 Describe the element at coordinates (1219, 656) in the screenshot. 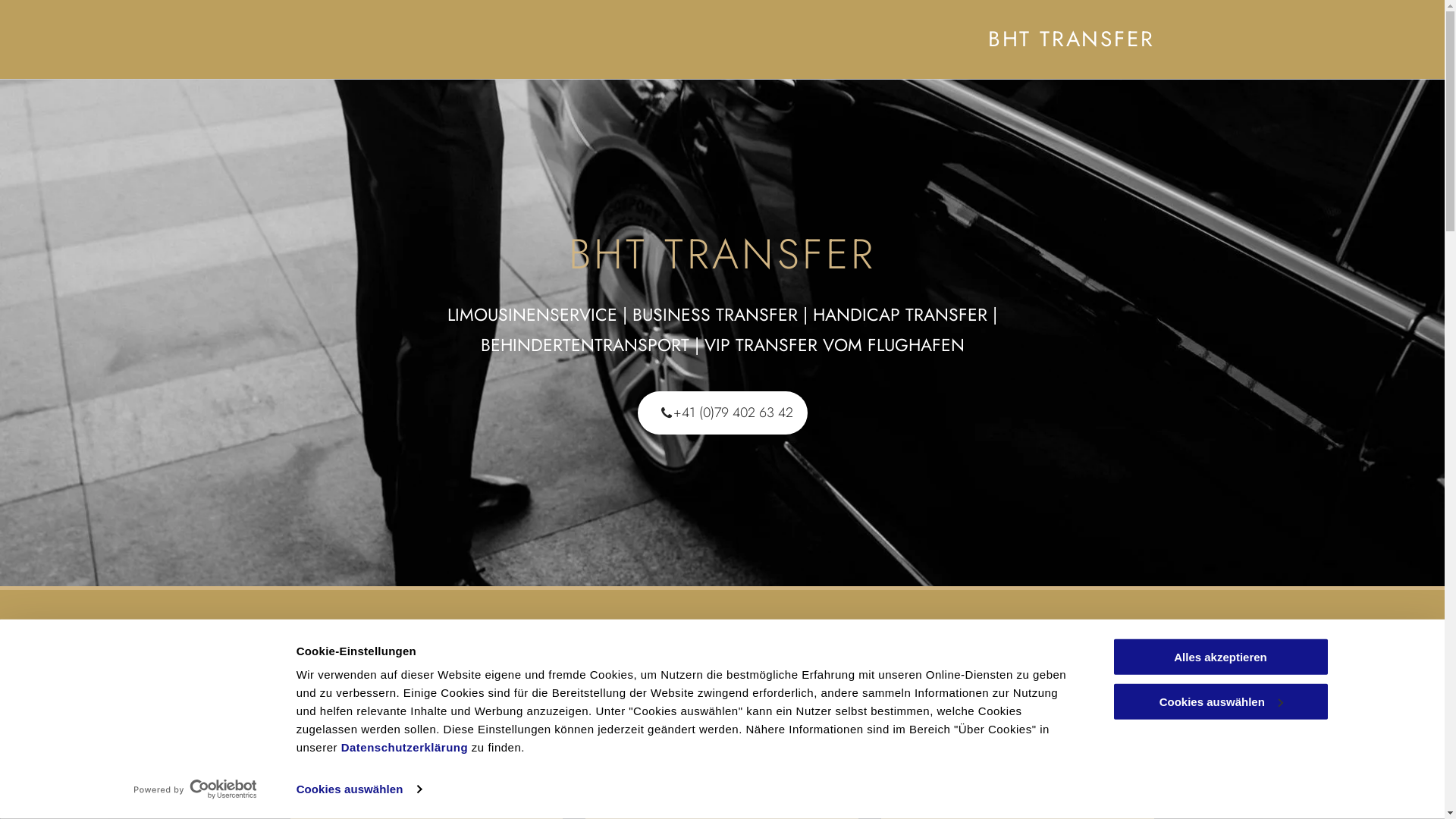

I see `'Alles akzeptieren'` at that location.